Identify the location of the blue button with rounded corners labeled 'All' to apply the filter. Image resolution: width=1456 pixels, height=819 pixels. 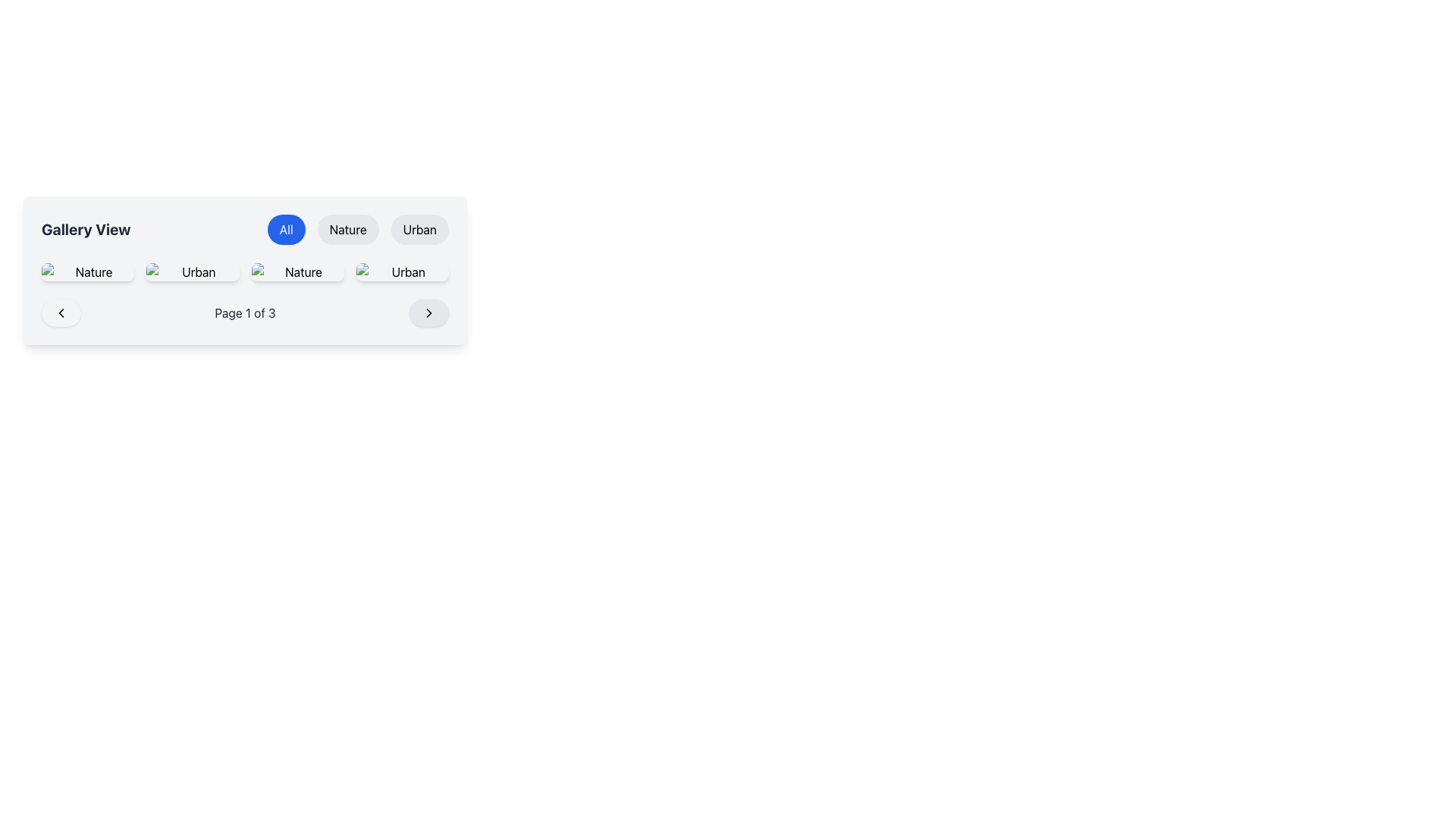
(286, 230).